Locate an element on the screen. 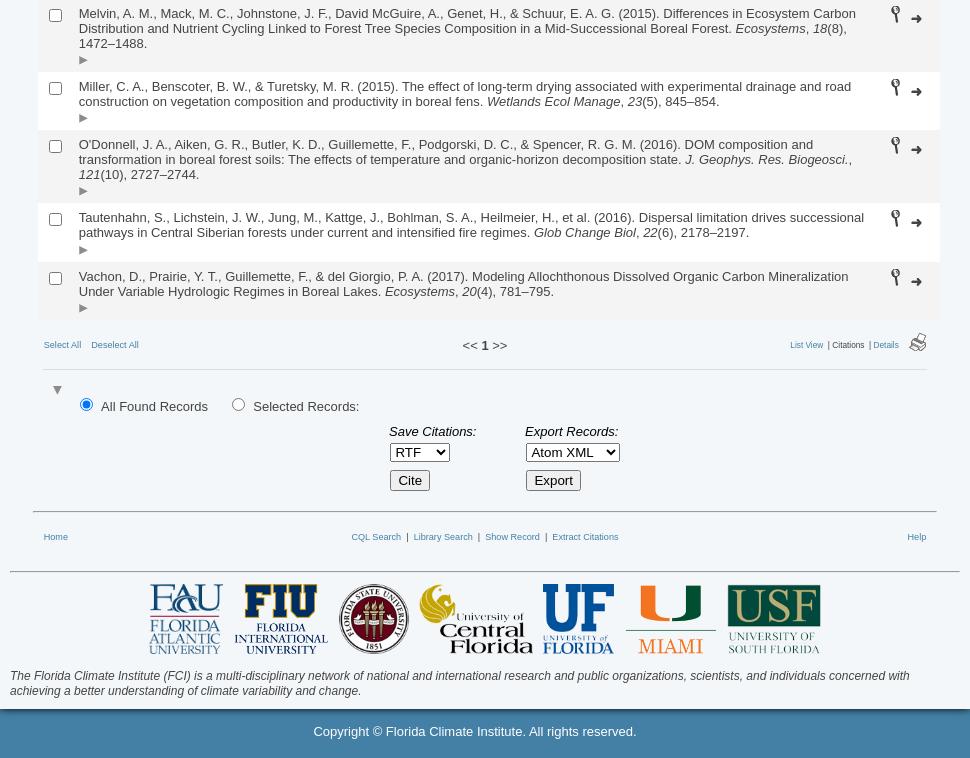 The image size is (970, 758). 'Show Record' is located at coordinates (511, 534).